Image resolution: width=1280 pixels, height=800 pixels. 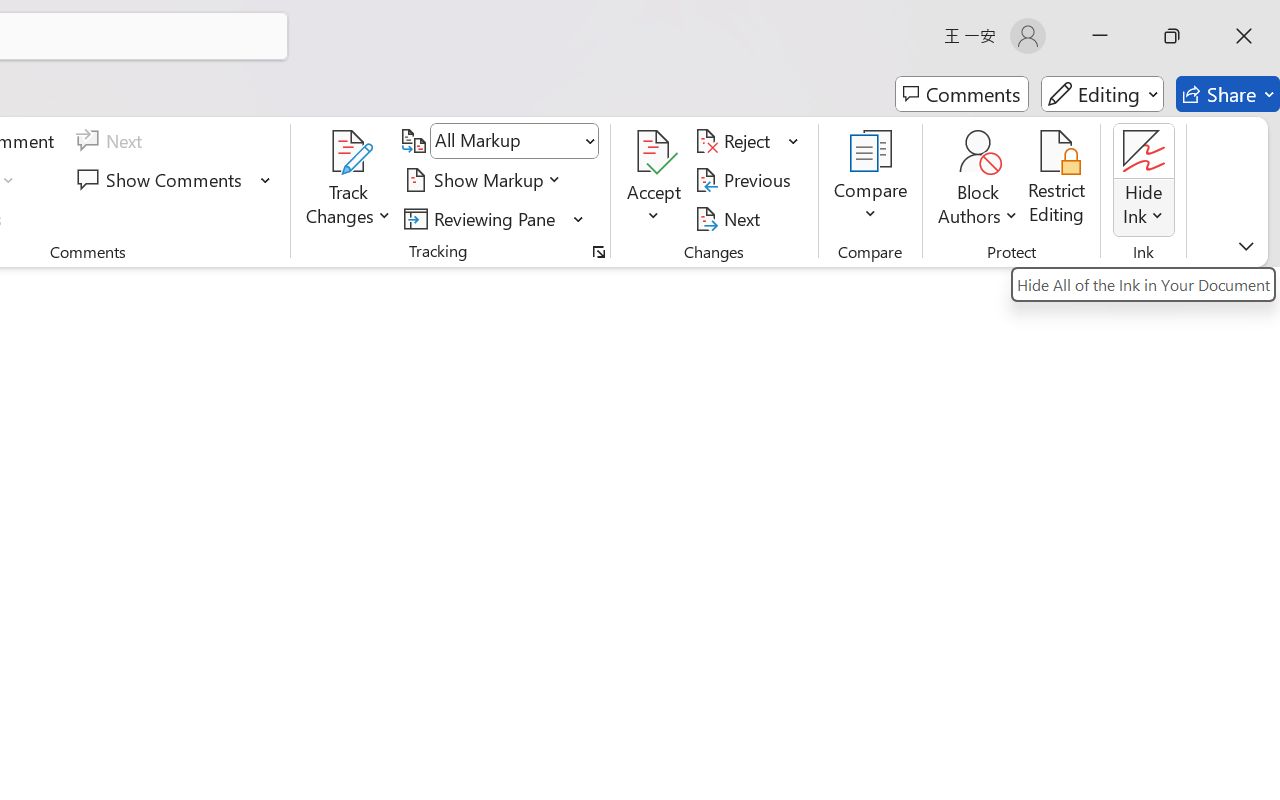 What do you see at coordinates (1099, 35) in the screenshot?
I see `'Minimize'` at bounding box center [1099, 35].